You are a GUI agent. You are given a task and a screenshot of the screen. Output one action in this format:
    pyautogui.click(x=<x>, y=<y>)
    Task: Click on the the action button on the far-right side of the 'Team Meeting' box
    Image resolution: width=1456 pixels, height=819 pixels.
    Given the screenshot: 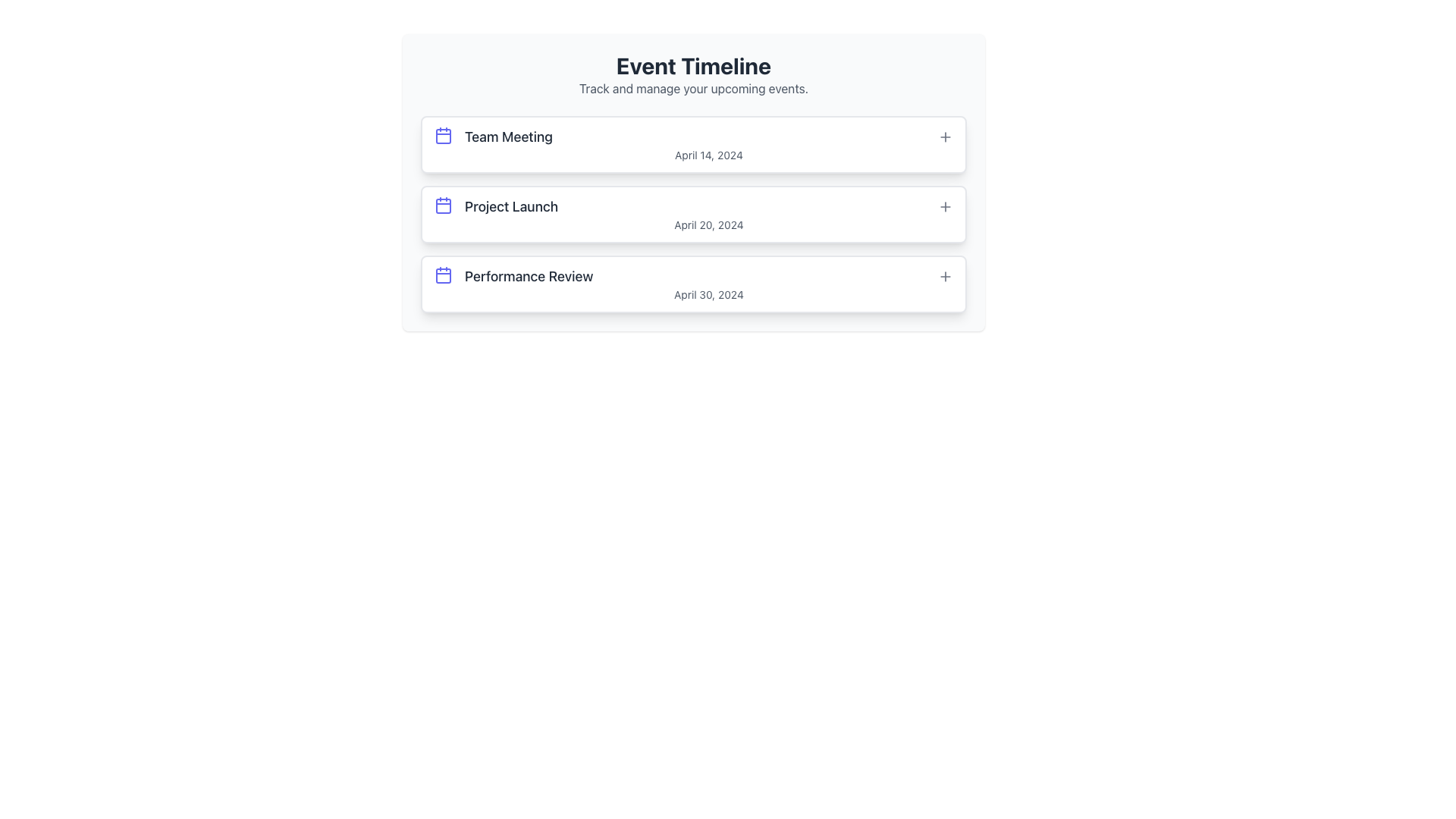 What is the action you would take?
    pyautogui.click(x=945, y=137)
    